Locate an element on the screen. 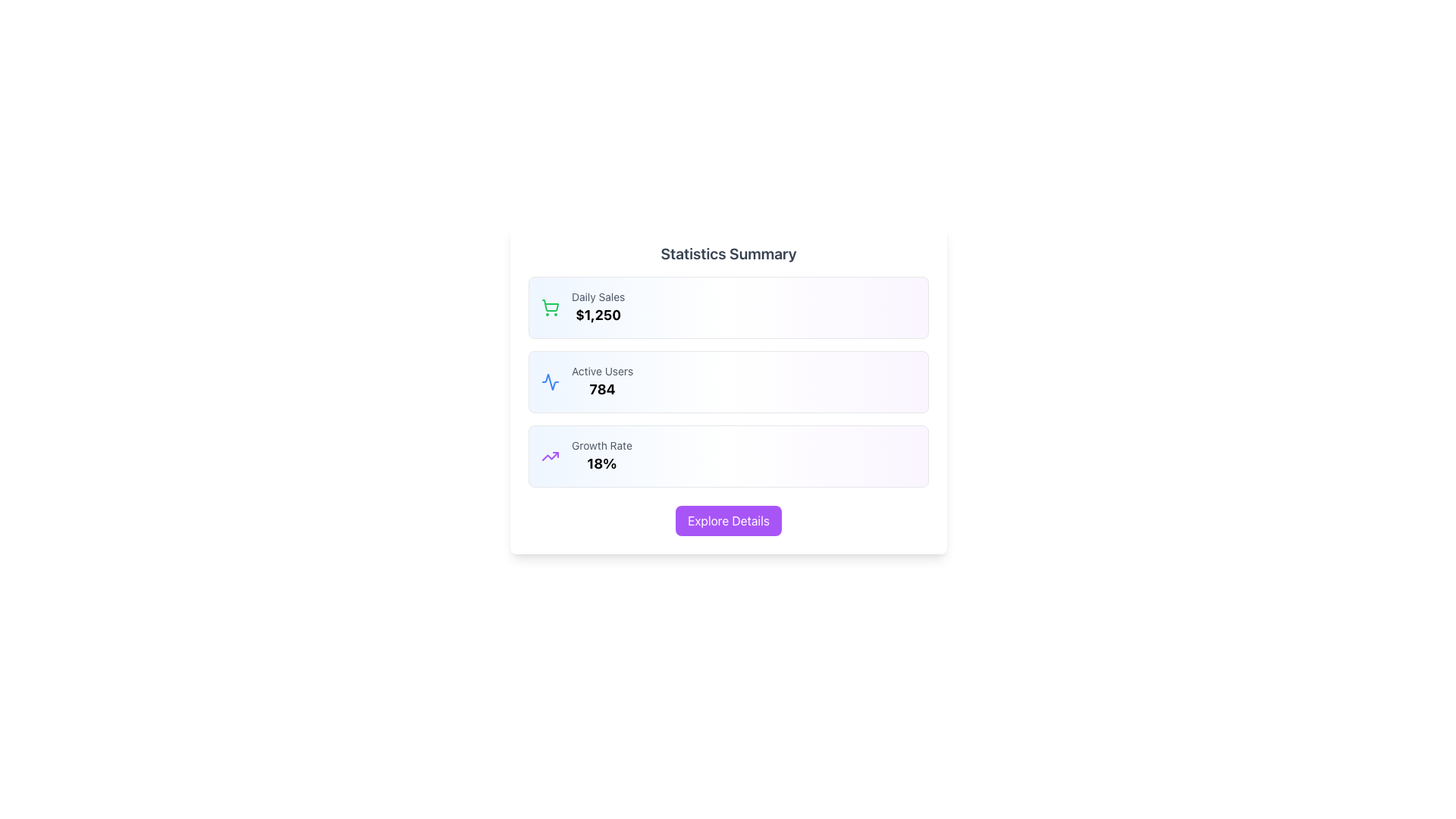 Image resolution: width=1456 pixels, height=819 pixels. the blue zigzag line icon representing activity, located to the left of the 'Active Users' text in the summary card displaying '784' is located at coordinates (549, 381).